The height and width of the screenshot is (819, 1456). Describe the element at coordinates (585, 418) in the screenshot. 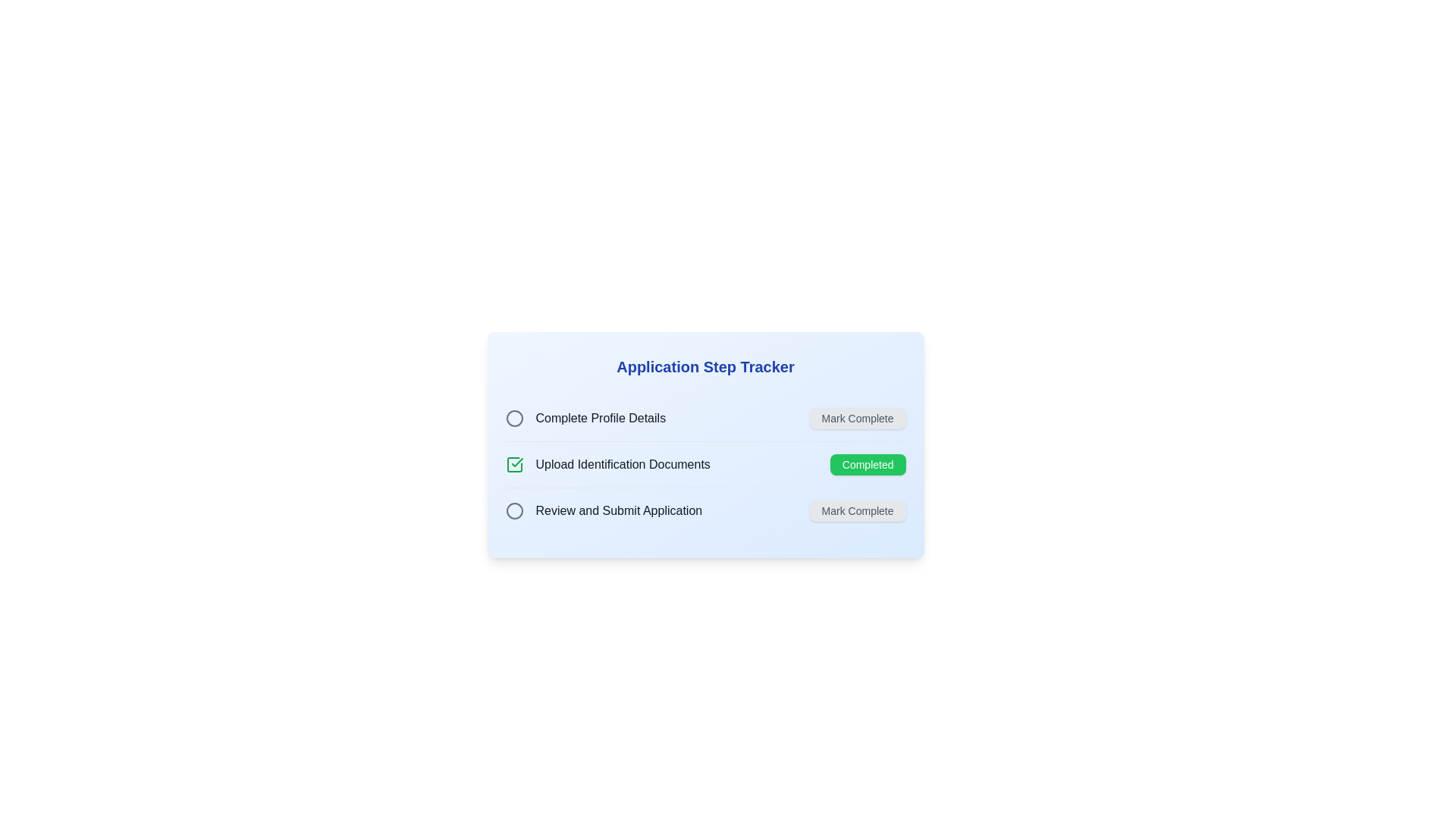

I see `the step label indicating the current task in the step tracker interface, which is the first item in the top row` at that location.